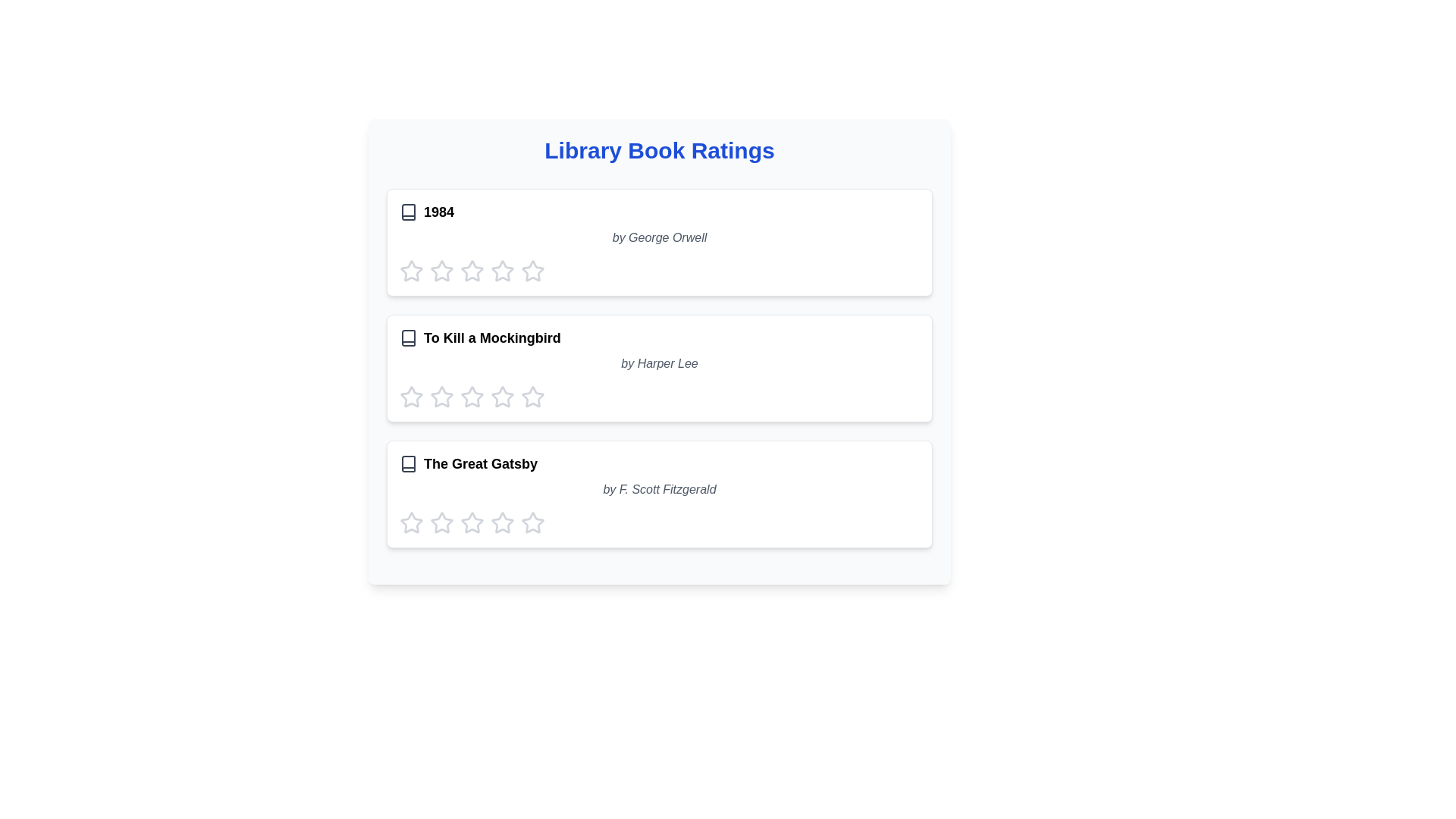 The height and width of the screenshot is (819, 1456). Describe the element at coordinates (441, 270) in the screenshot. I see `the first star icon in the rating section to rate the book '1984' with one star` at that location.